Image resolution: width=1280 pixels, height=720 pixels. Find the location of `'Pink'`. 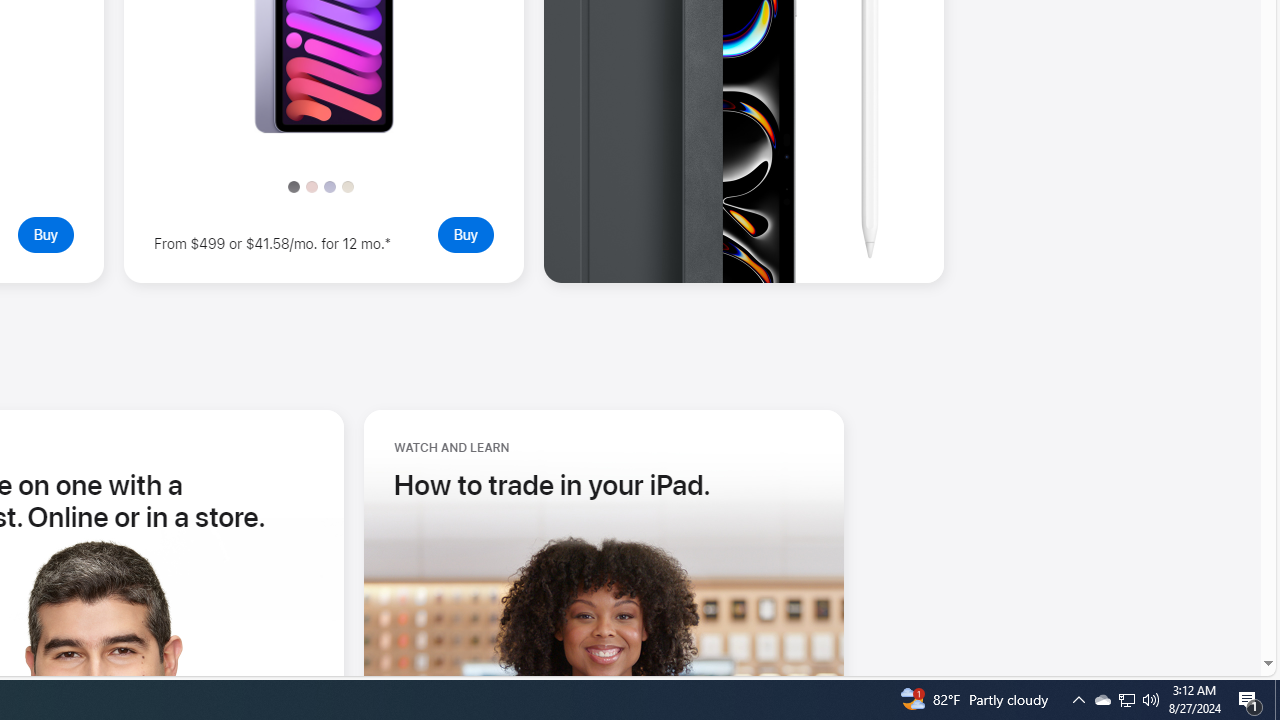

'Pink' is located at coordinates (310, 186).